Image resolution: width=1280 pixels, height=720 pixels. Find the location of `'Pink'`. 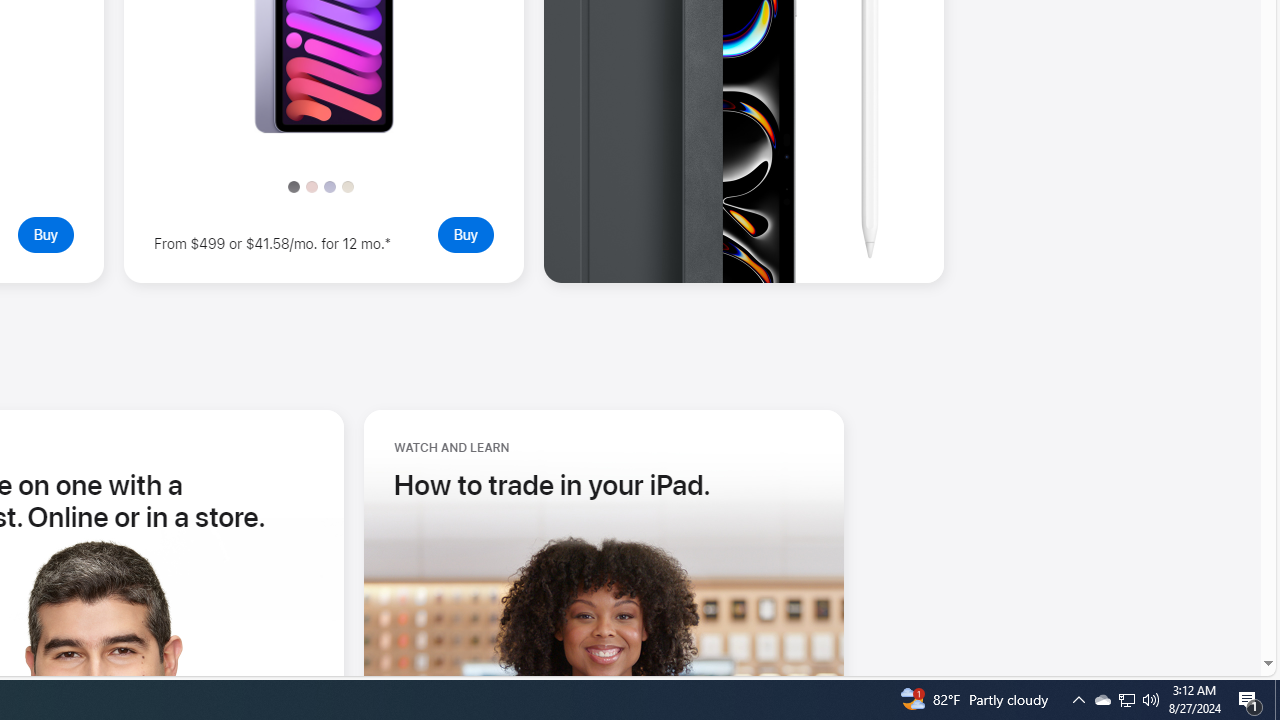

'Pink' is located at coordinates (310, 186).